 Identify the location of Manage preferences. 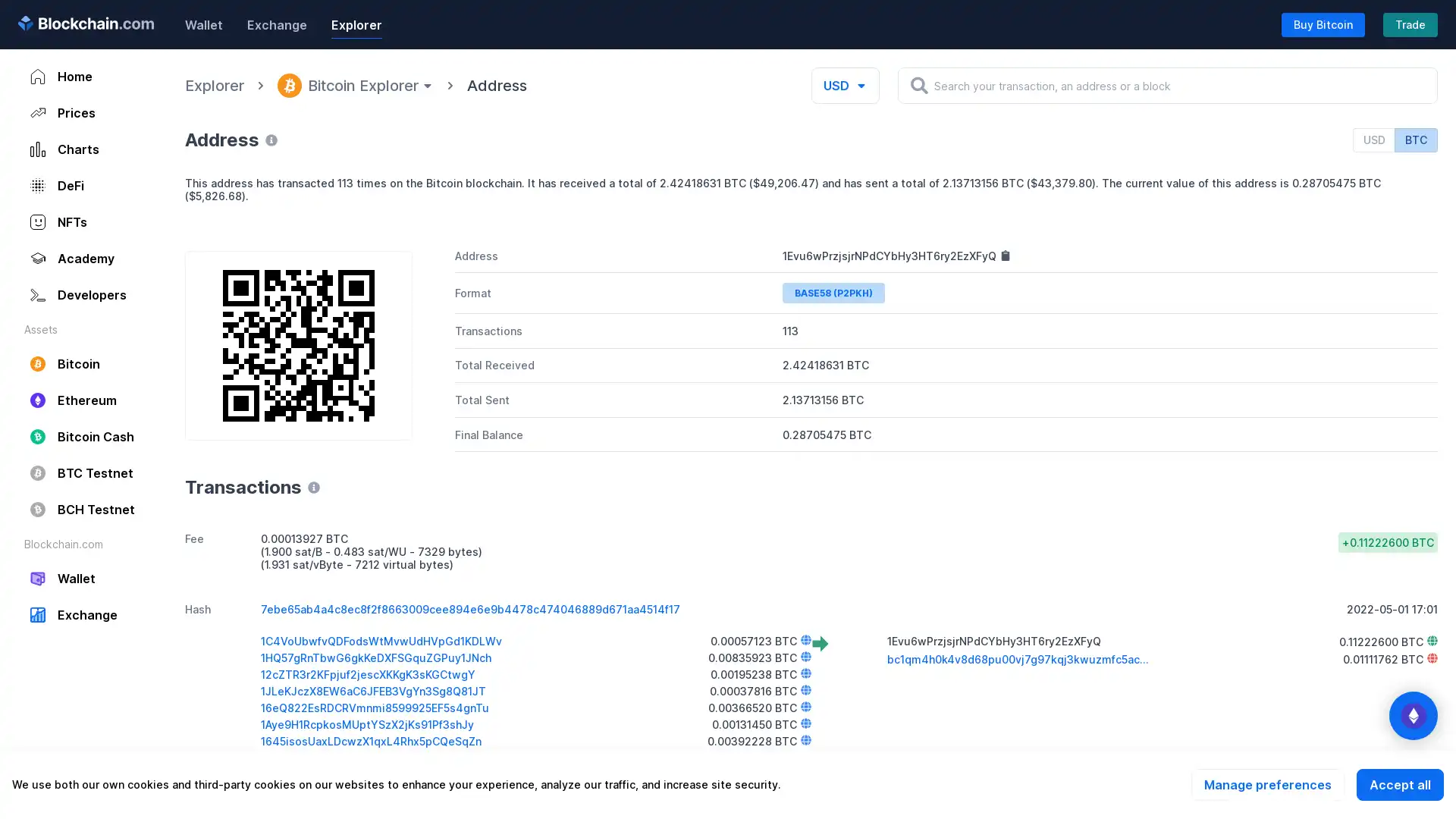
(1267, 784).